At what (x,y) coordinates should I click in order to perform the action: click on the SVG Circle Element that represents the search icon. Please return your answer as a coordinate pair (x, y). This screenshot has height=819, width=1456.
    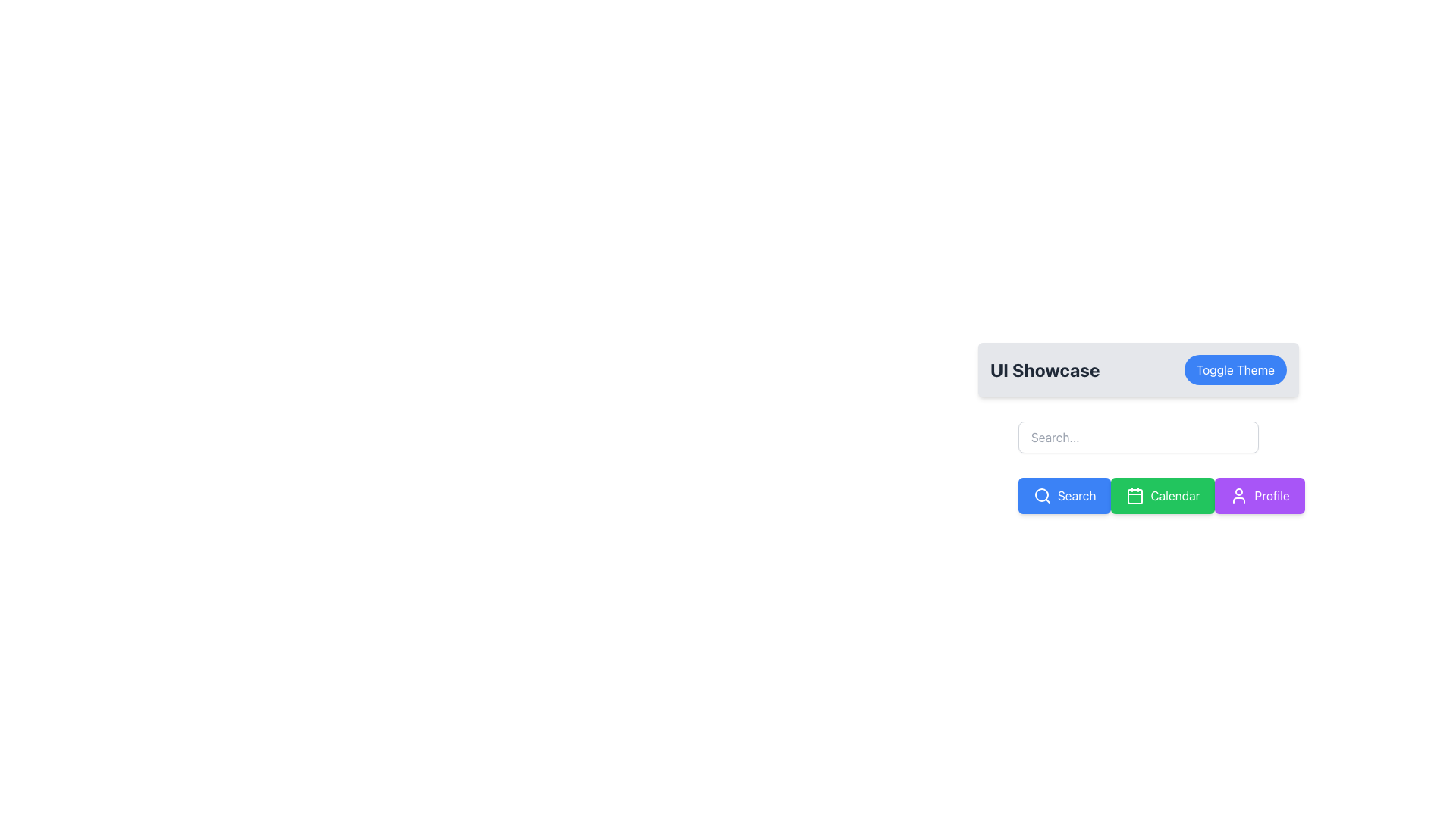
    Looking at the image, I should click on (1040, 494).